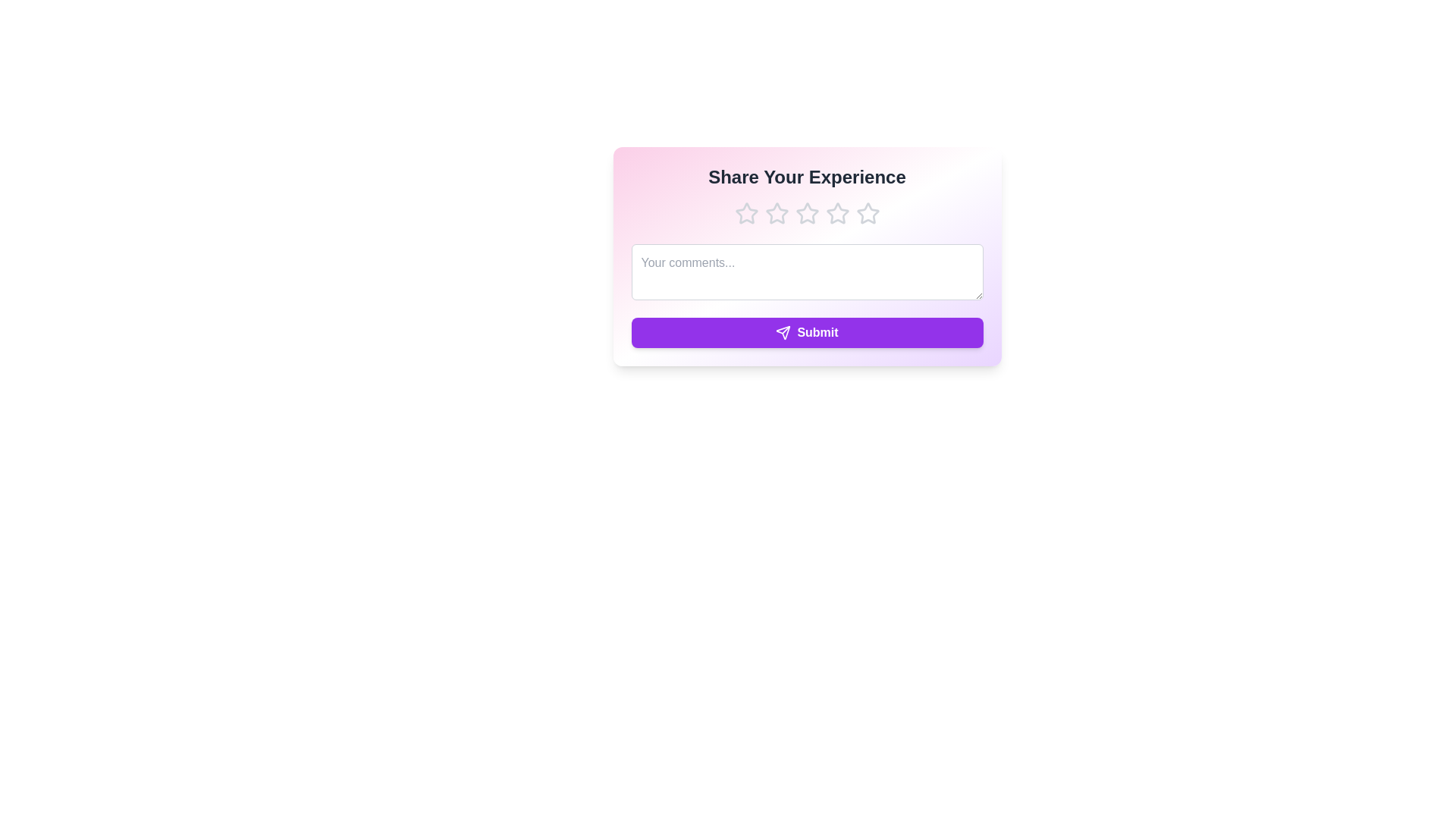  What do you see at coordinates (806, 213) in the screenshot?
I see `the third star in the horizontal row of five stars in the rating widget located at the top of the feedback form` at bounding box center [806, 213].